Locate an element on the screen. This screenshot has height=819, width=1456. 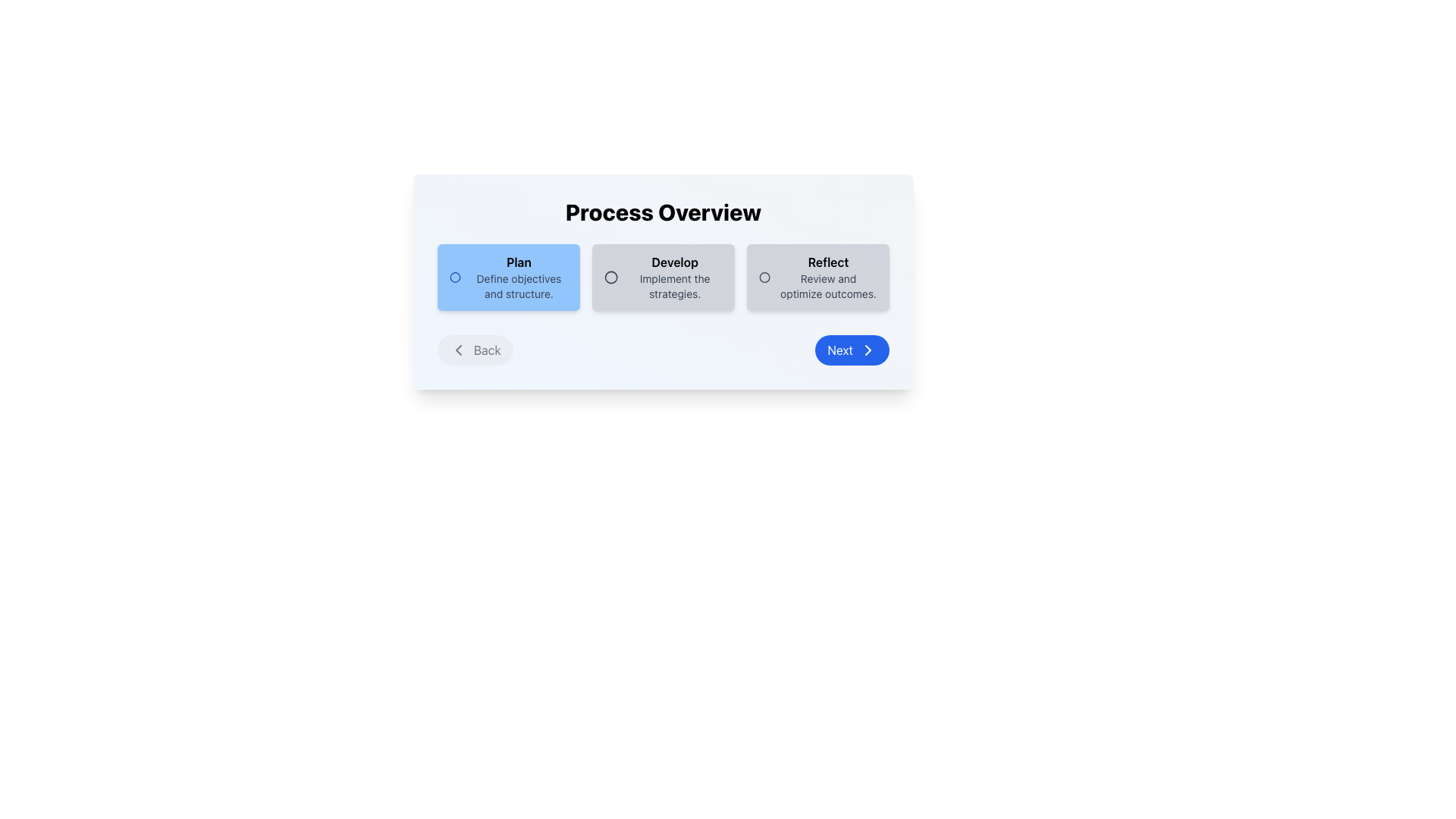
the 'Next' button, which has a blue background, white text, and an arrow icon, using keyboard navigation is located at coordinates (852, 350).